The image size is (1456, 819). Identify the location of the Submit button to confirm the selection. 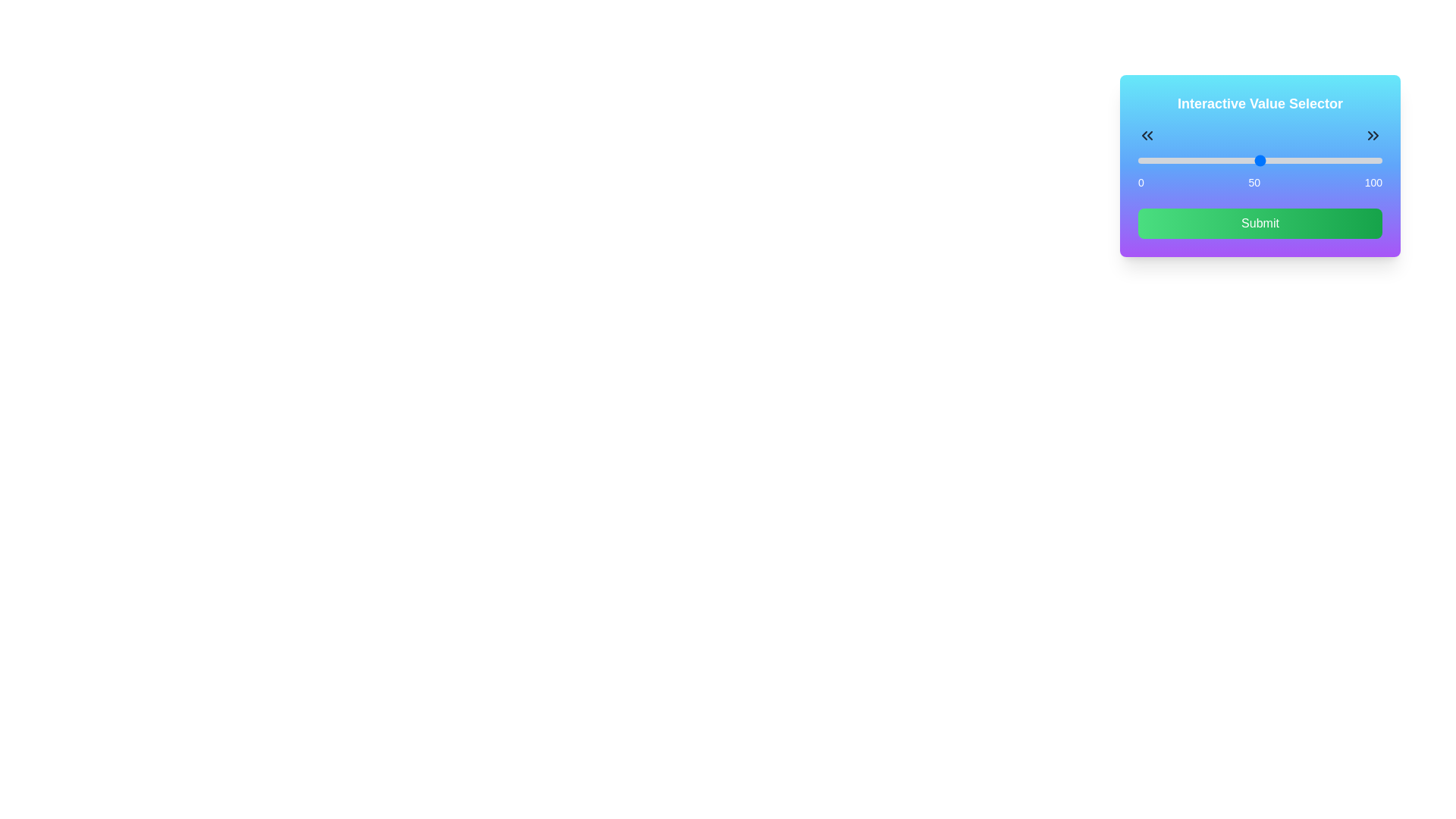
(1260, 223).